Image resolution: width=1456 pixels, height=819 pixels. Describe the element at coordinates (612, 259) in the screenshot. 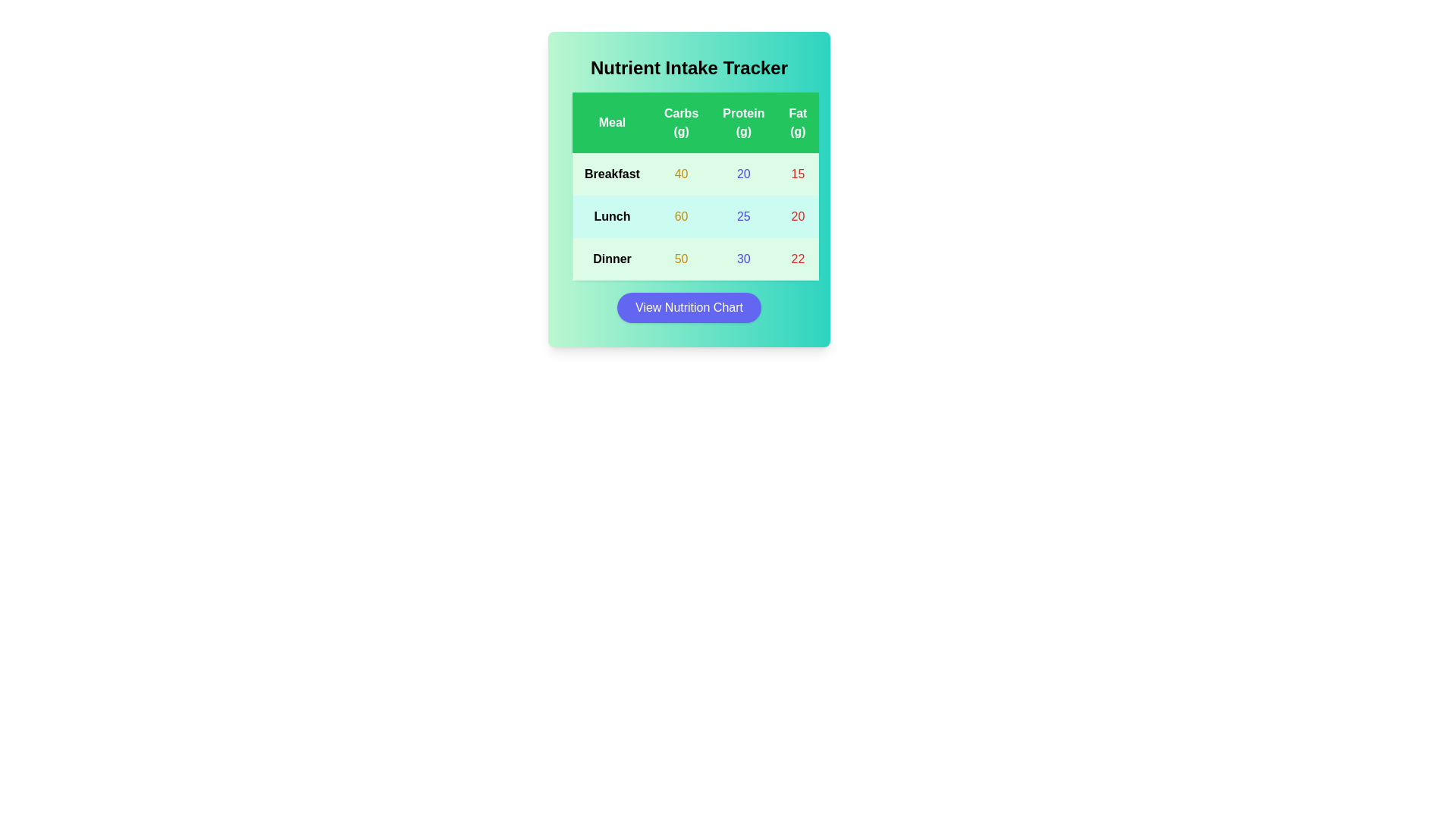

I see `the text of a specific row in the table by selecting Dinner` at that location.